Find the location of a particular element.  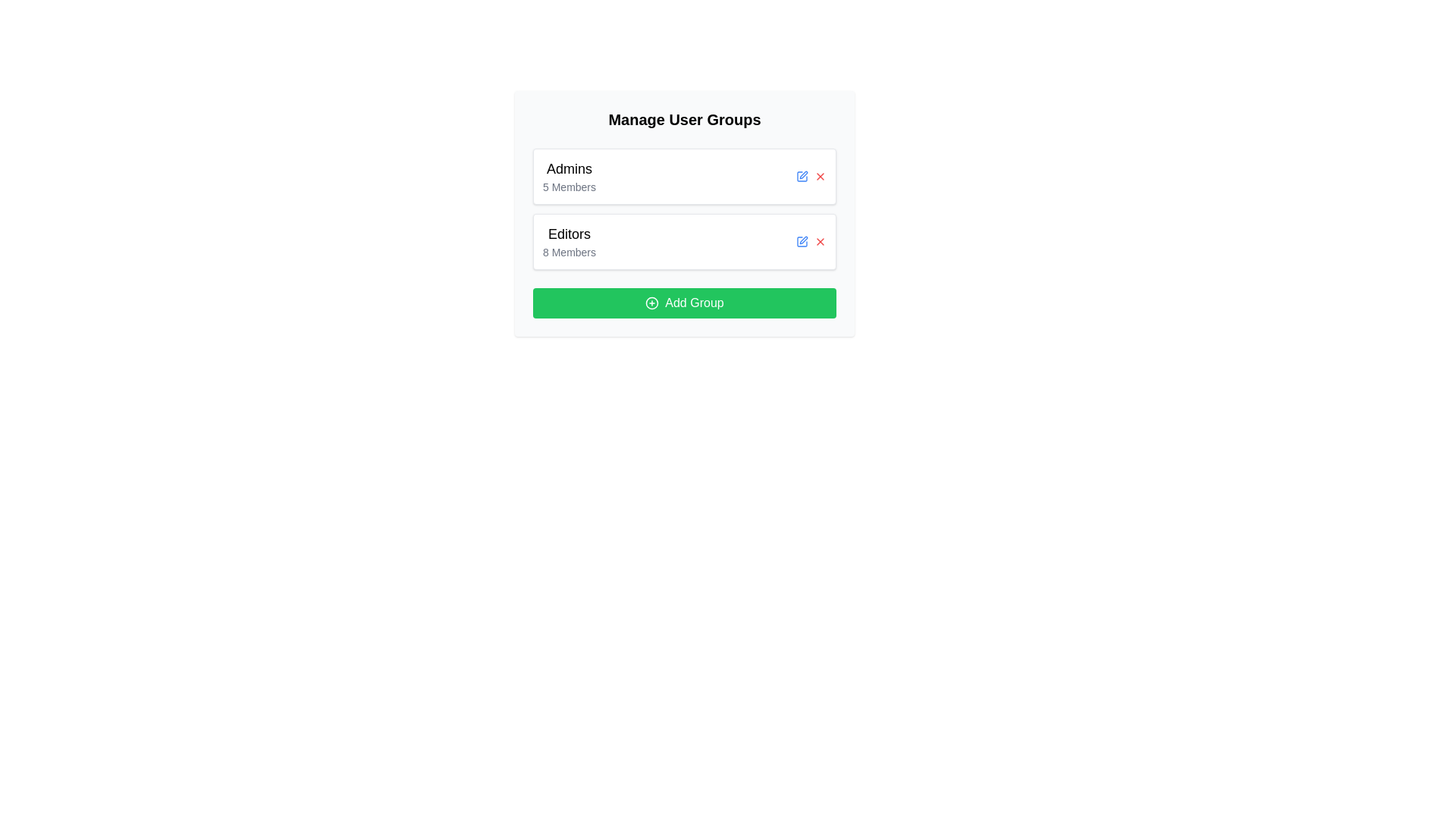

the delete icon in the icon group located to the right of the 'Editors' row, which displays a red close icon is located at coordinates (811, 241).